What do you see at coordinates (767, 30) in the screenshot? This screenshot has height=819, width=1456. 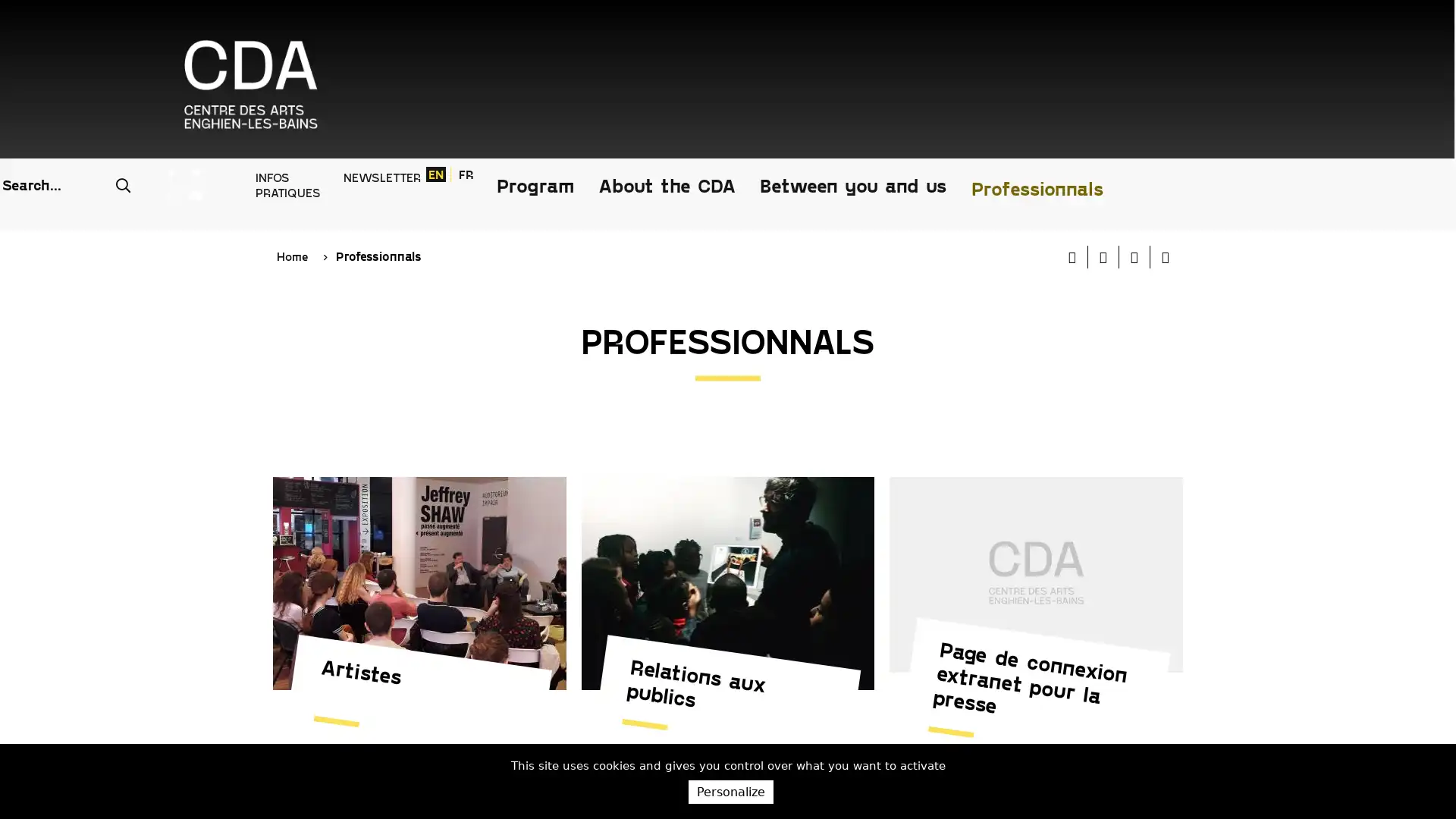 I see `Search all the site` at bounding box center [767, 30].